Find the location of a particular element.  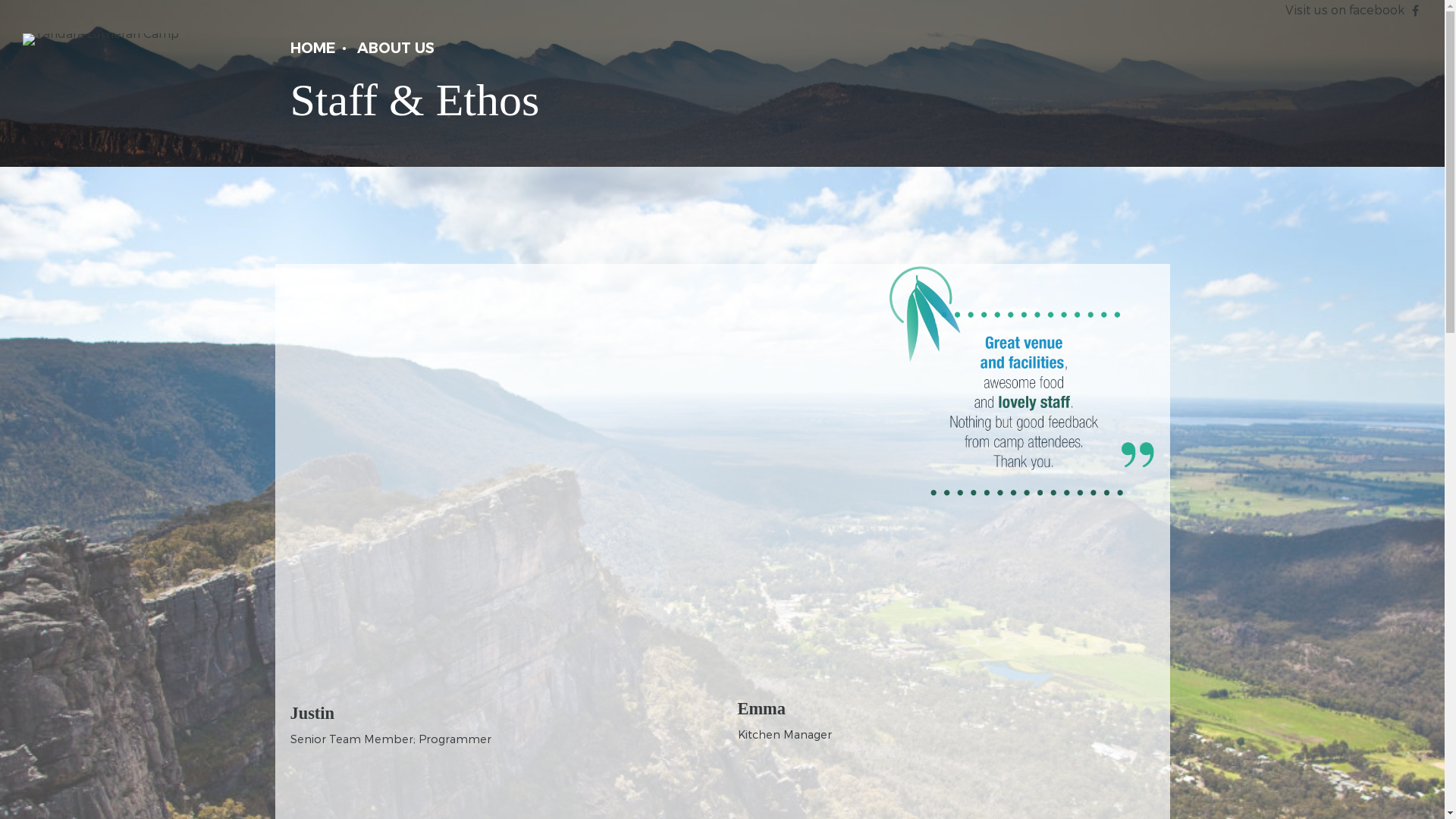

'Visit us on facebook' is located at coordinates (1345, 9).